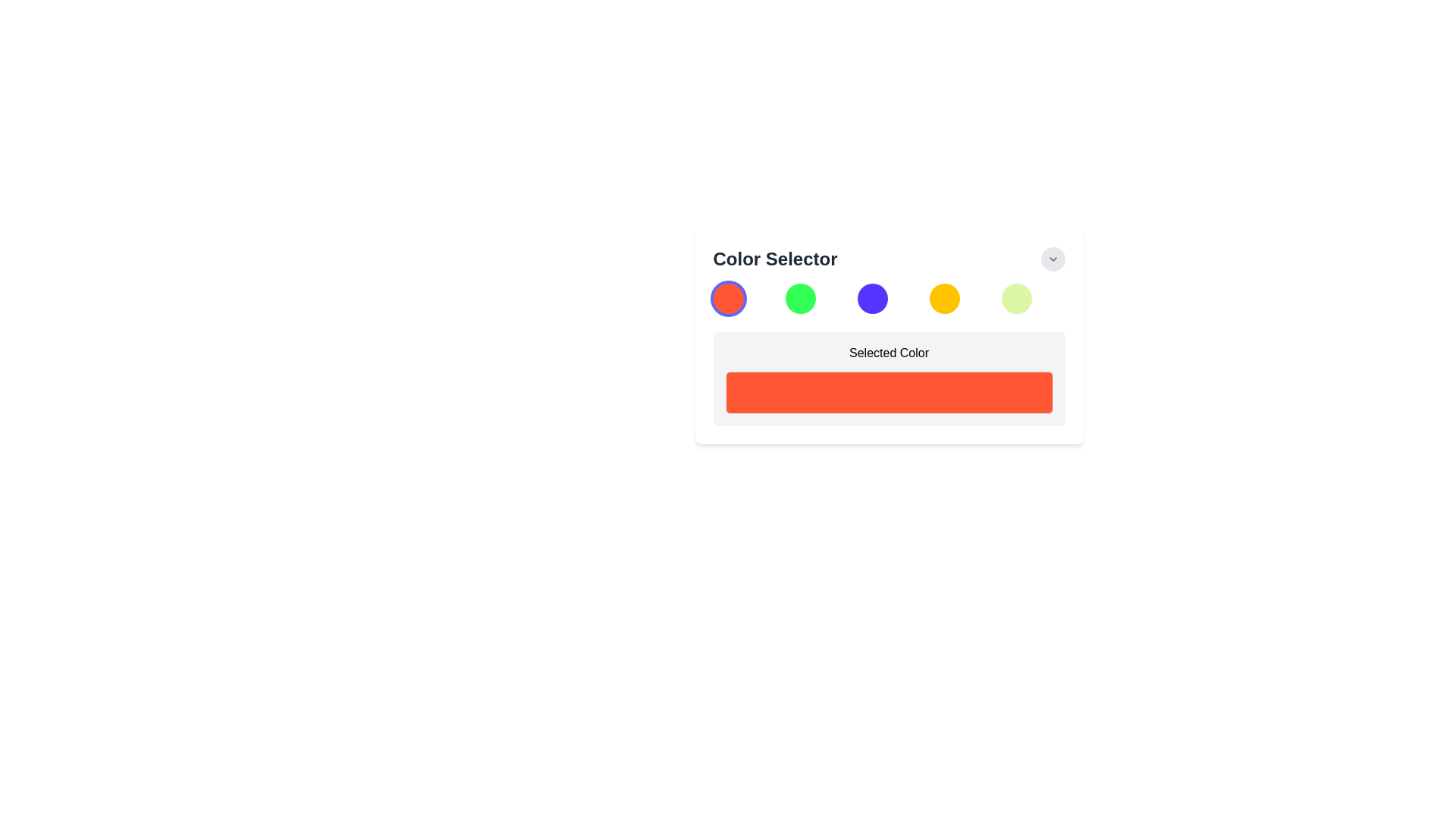 Image resolution: width=1456 pixels, height=819 pixels. I want to click on the gray downward-pointing chevron icon within the circular button located in the top-right corner of the 'Color Selector' panel, so click(1052, 259).